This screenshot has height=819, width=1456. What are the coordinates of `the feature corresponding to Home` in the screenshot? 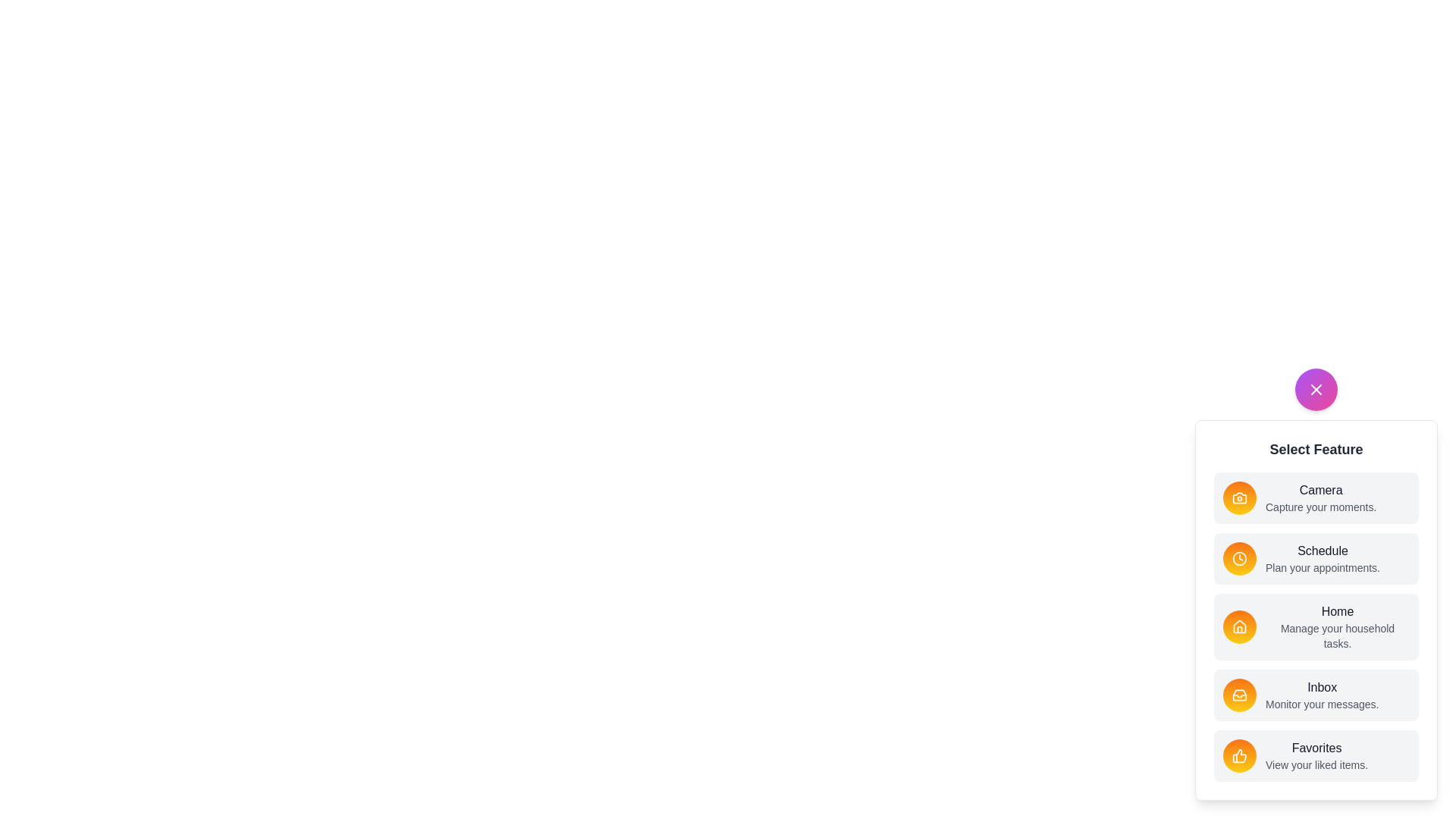 It's located at (1240, 626).